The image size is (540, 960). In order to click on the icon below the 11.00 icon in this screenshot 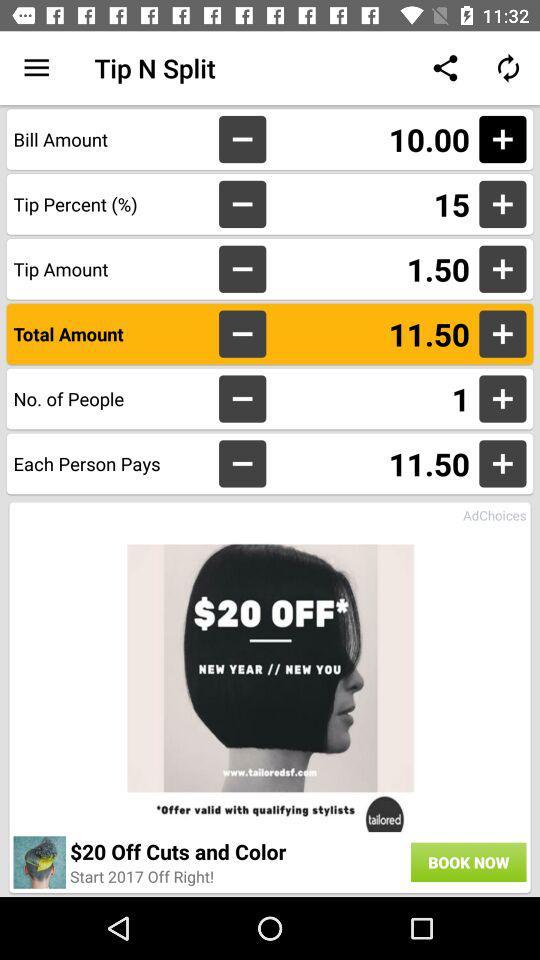, I will do `click(372, 204)`.